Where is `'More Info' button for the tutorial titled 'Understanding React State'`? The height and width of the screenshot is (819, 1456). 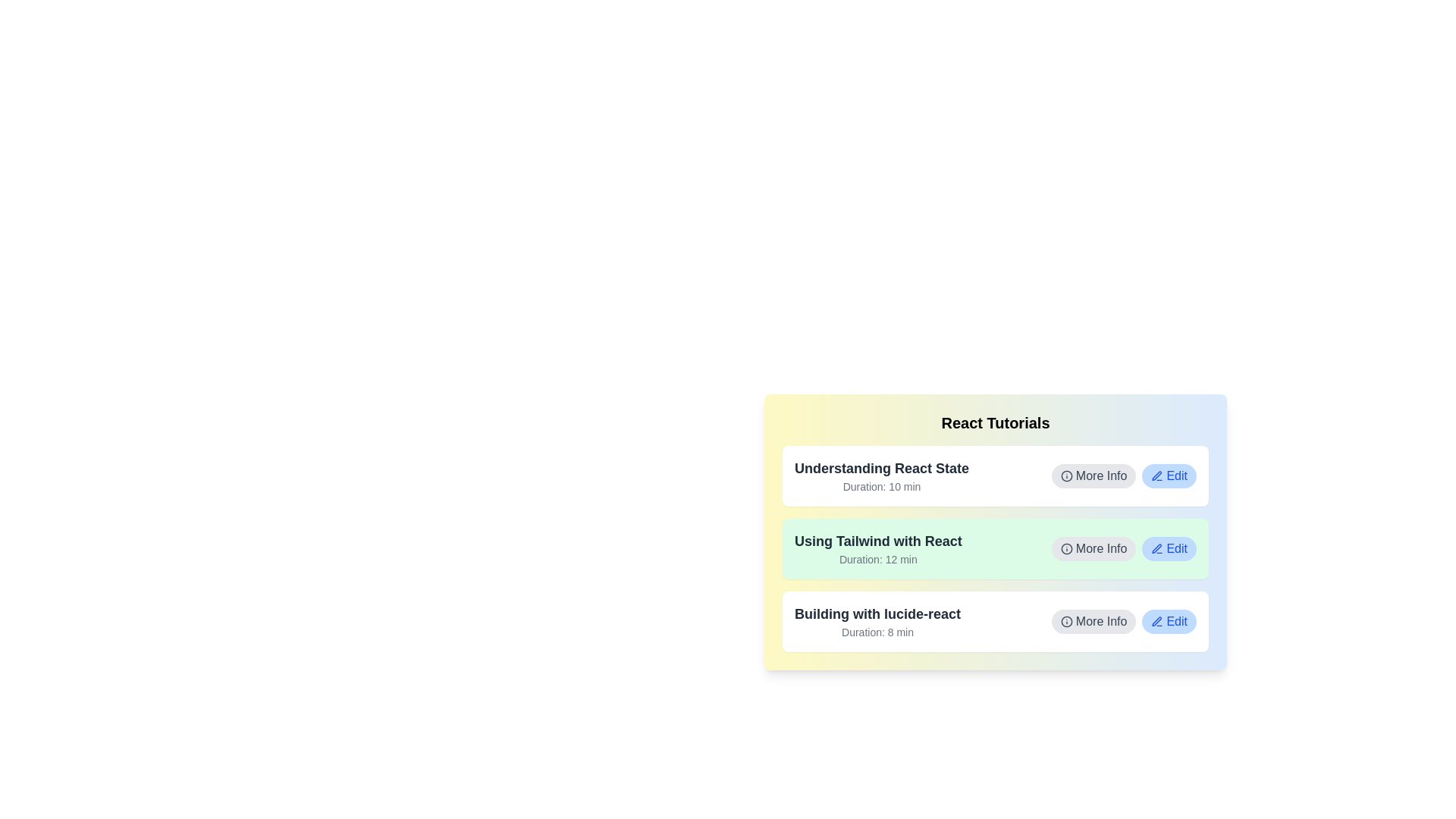
'More Info' button for the tutorial titled 'Understanding React State' is located at coordinates (1094, 475).